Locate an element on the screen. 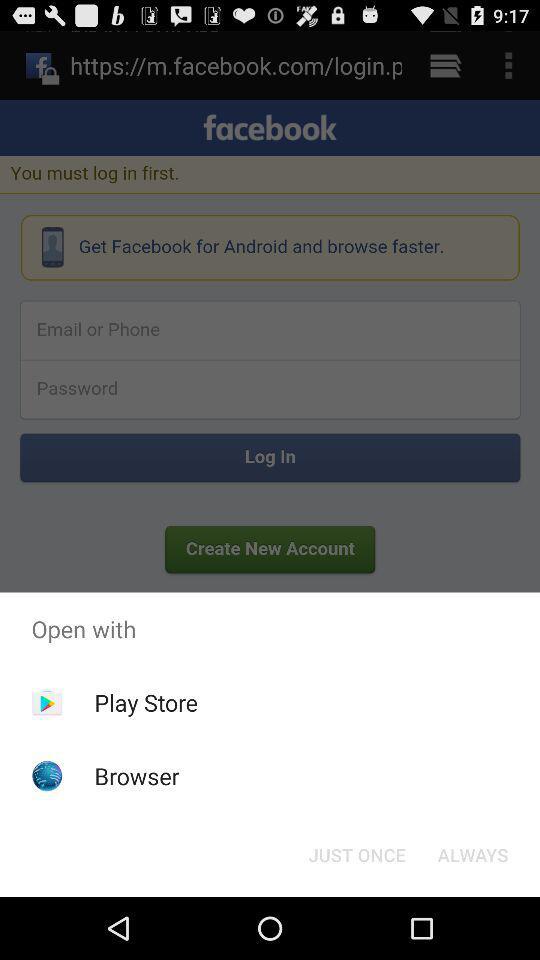 This screenshot has height=960, width=540. the button next to the just once button is located at coordinates (472, 853).